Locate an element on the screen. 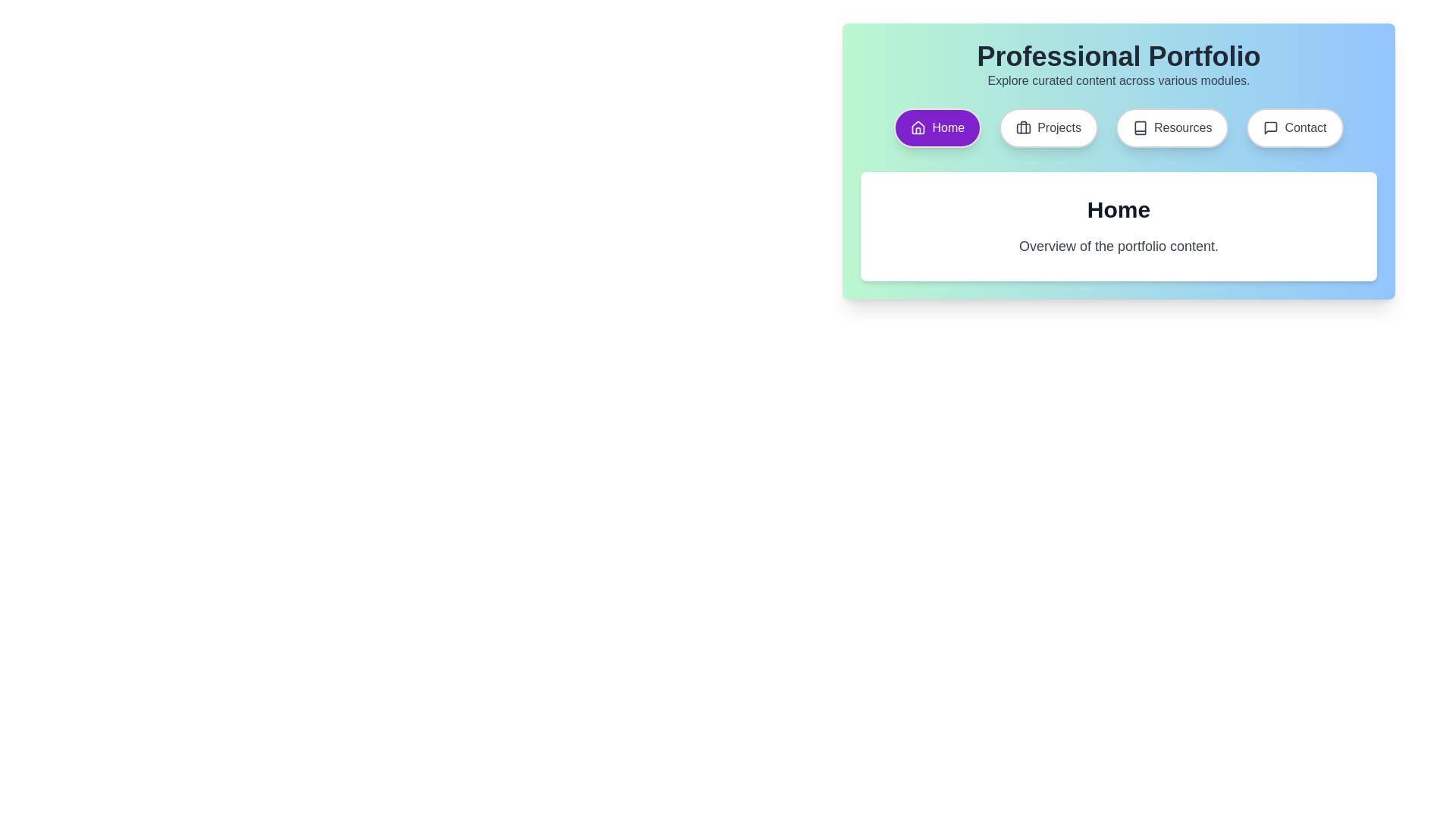 This screenshot has height=819, width=1456. the Projects tab to see the hover effect is located at coordinates (1047, 127).